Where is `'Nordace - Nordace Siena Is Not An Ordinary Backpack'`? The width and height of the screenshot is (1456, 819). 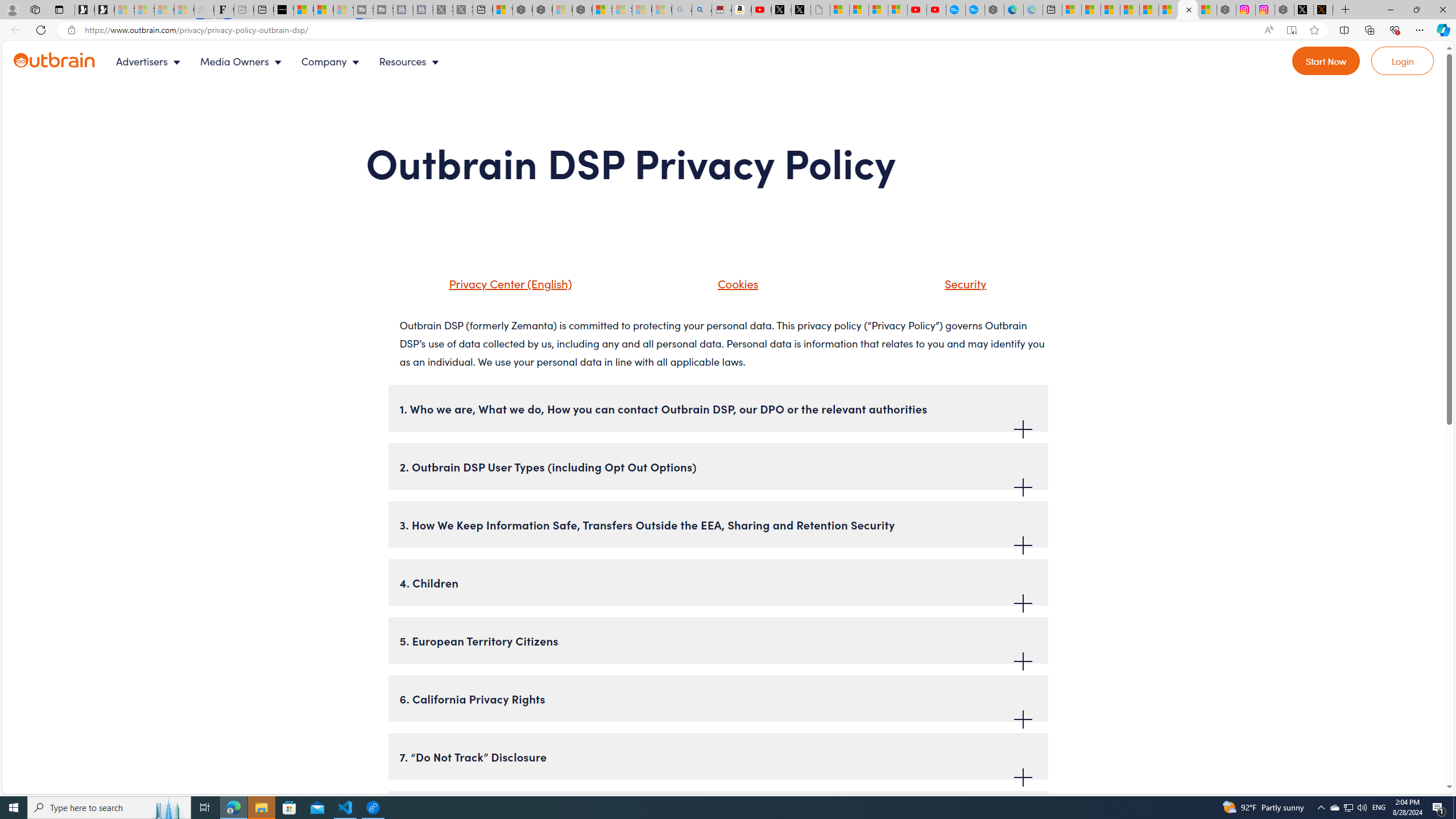
'Nordace - Nordace Siena Is Not An Ordinary Backpack' is located at coordinates (582, 9).